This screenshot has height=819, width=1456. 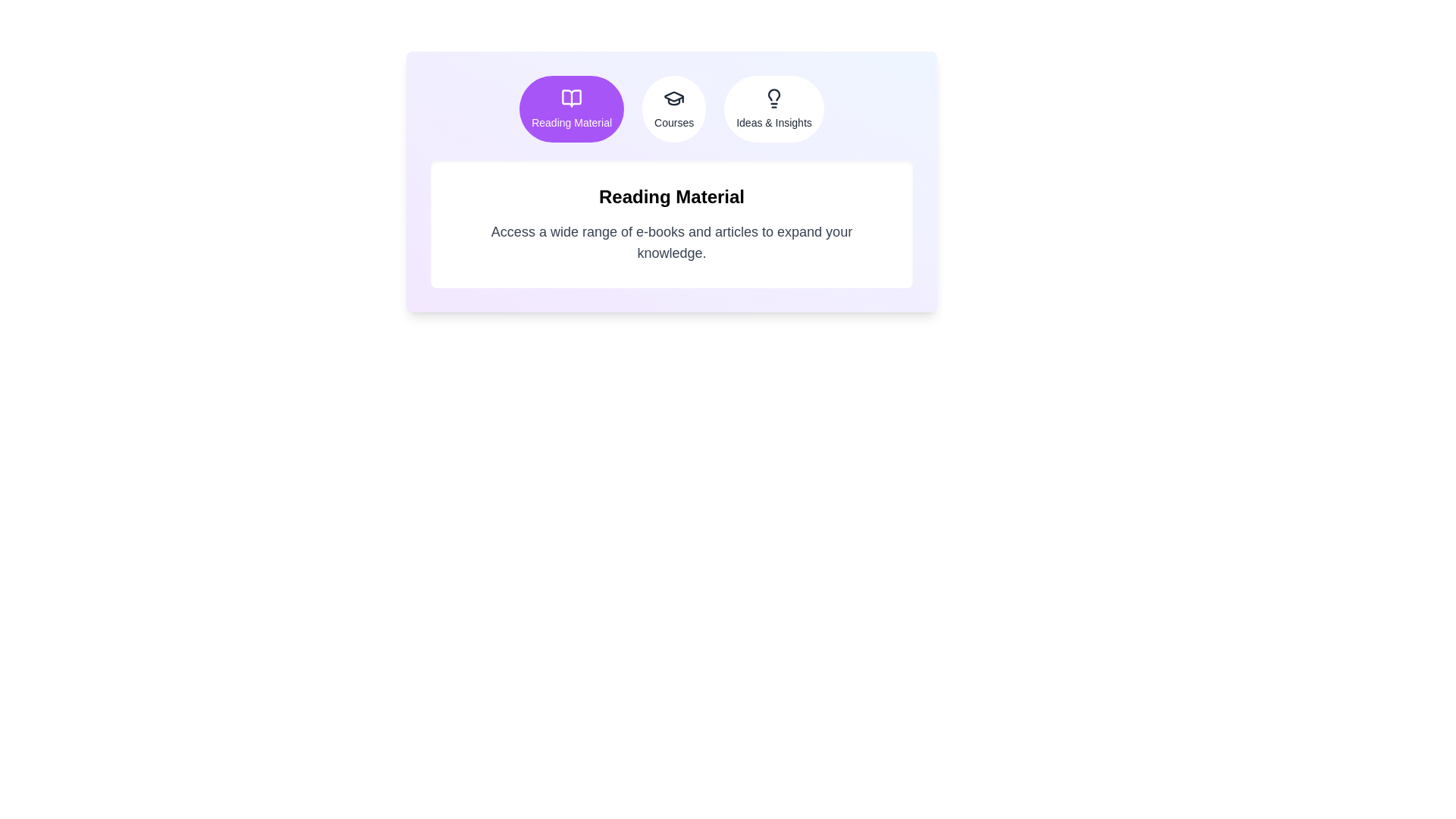 What do you see at coordinates (774, 108) in the screenshot?
I see `the tab labeled Ideas & Insights` at bounding box center [774, 108].